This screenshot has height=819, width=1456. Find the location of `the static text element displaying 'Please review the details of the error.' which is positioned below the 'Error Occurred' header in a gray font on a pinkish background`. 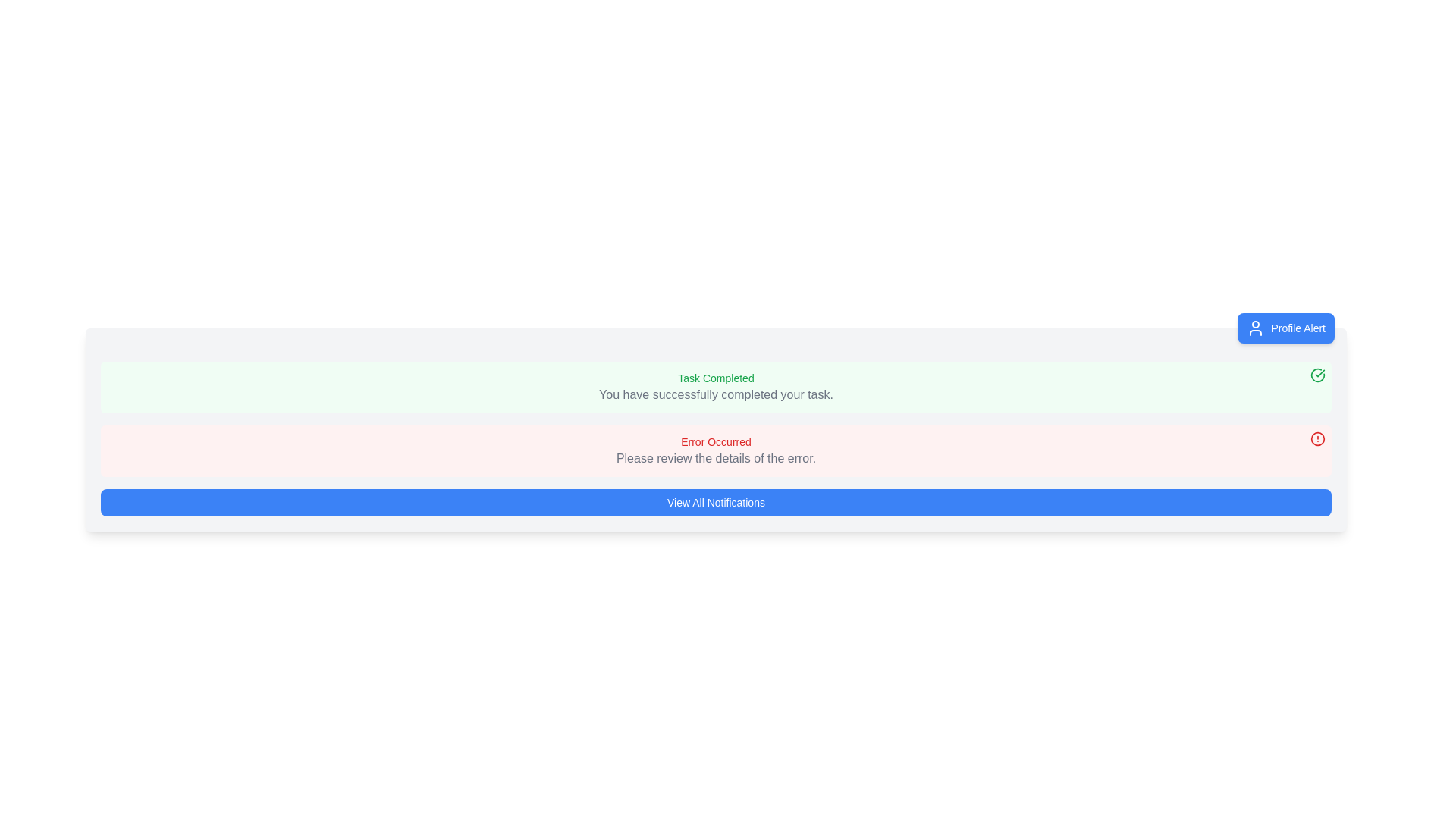

the static text element displaying 'Please review the details of the error.' which is positioned below the 'Error Occurred' header in a gray font on a pinkish background is located at coordinates (715, 458).